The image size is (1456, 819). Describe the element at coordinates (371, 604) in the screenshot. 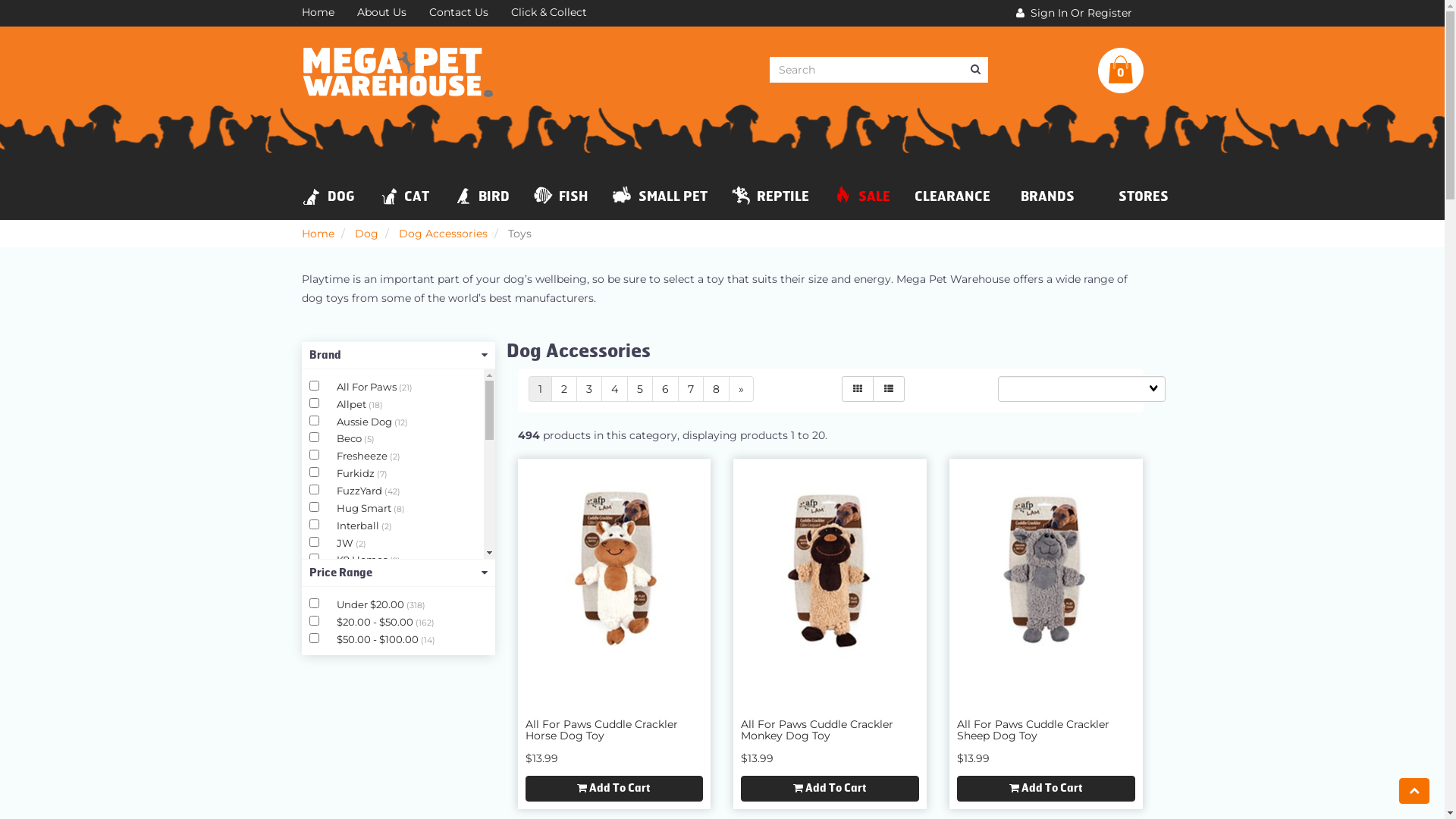

I see `'Under $20.00'` at that location.